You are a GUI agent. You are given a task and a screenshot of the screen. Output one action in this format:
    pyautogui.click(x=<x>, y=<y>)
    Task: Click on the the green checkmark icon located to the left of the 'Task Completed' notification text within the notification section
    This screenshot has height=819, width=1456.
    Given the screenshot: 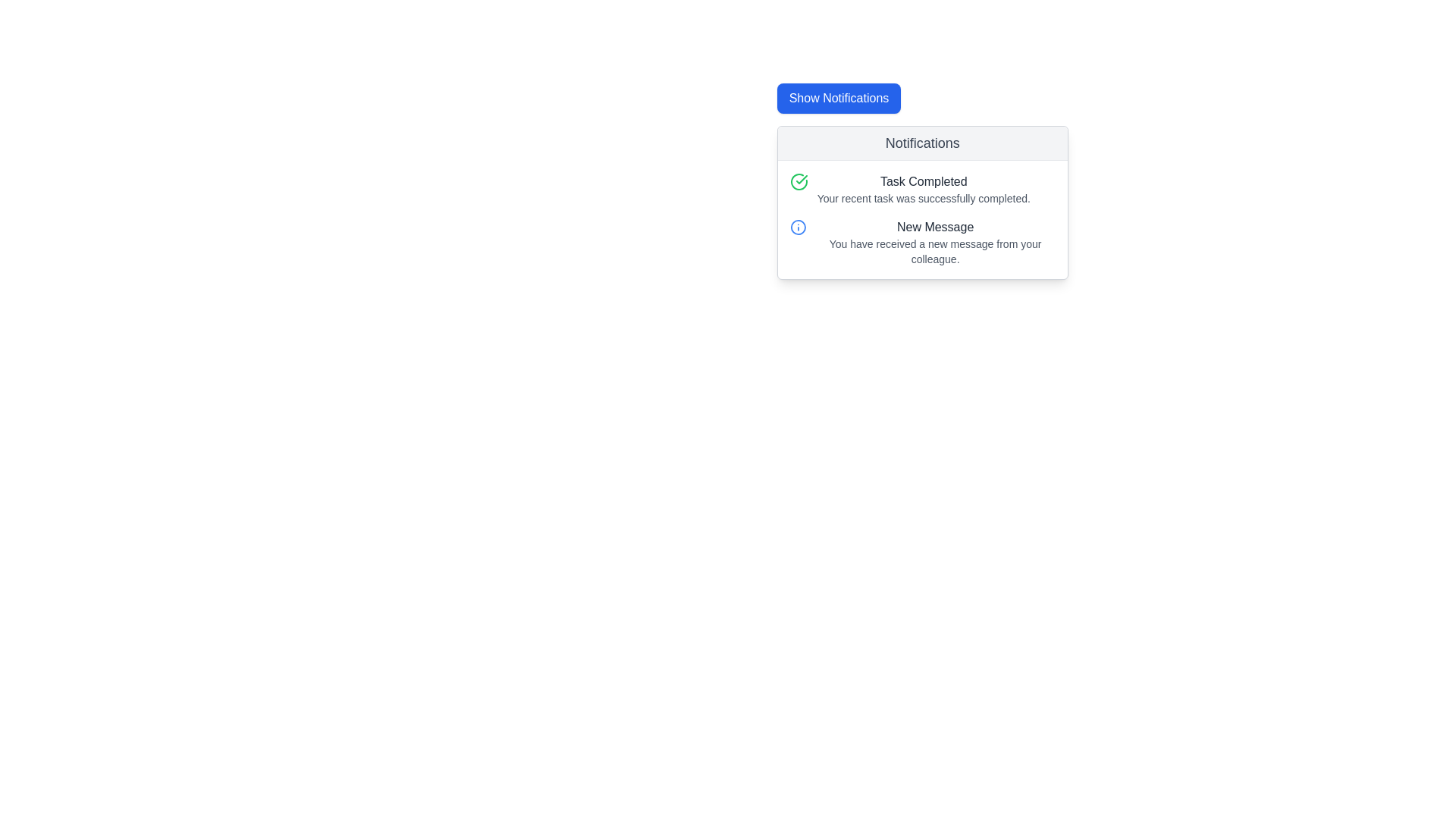 What is the action you would take?
    pyautogui.click(x=801, y=178)
    